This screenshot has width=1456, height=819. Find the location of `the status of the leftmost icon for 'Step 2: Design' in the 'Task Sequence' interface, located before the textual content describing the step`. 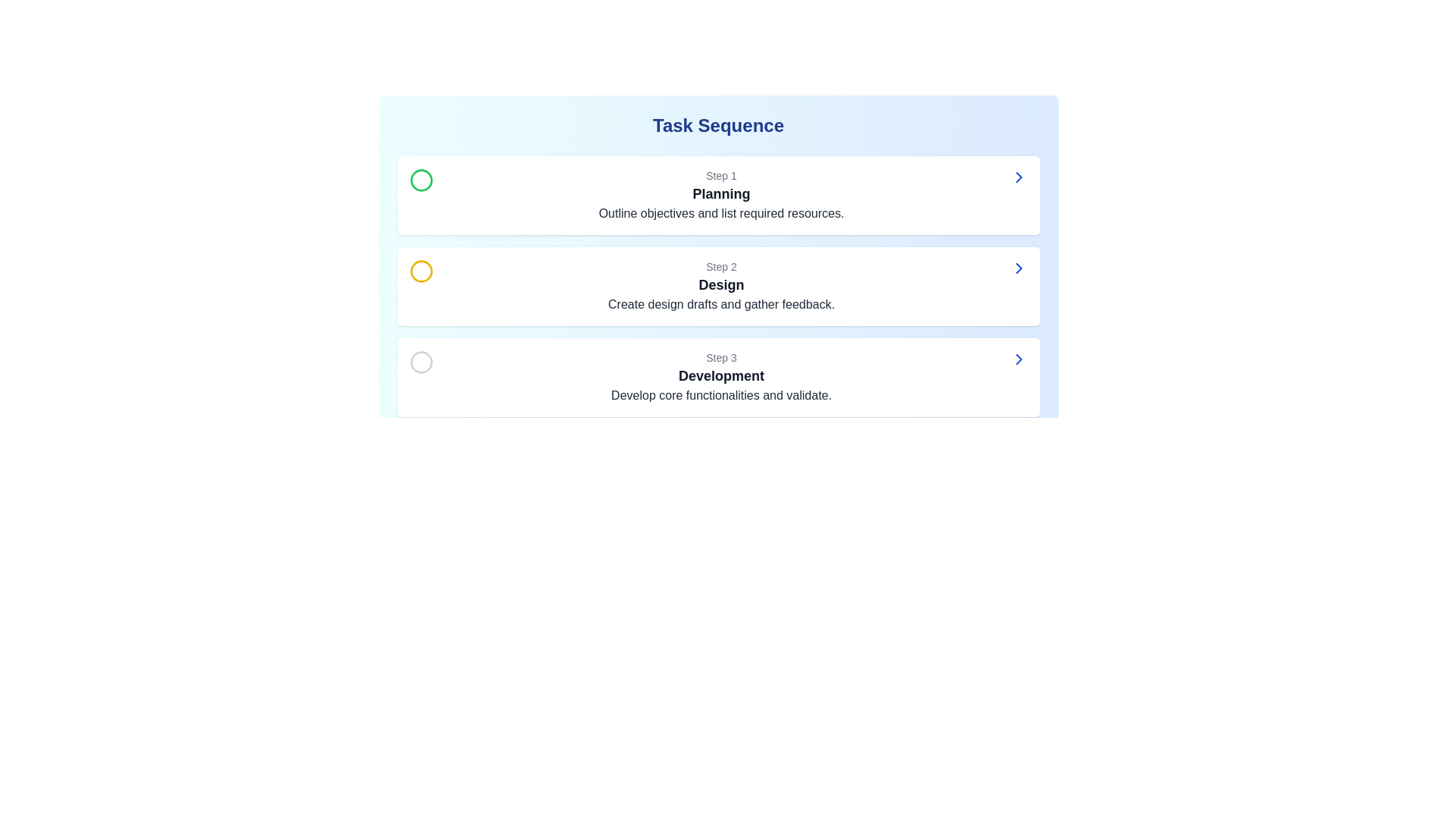

the status of the leftmost icon for 'Step 2: Design' in the 'Task Sequence' interface, located before the textual content describing the step is located at coordinates (421, 271).